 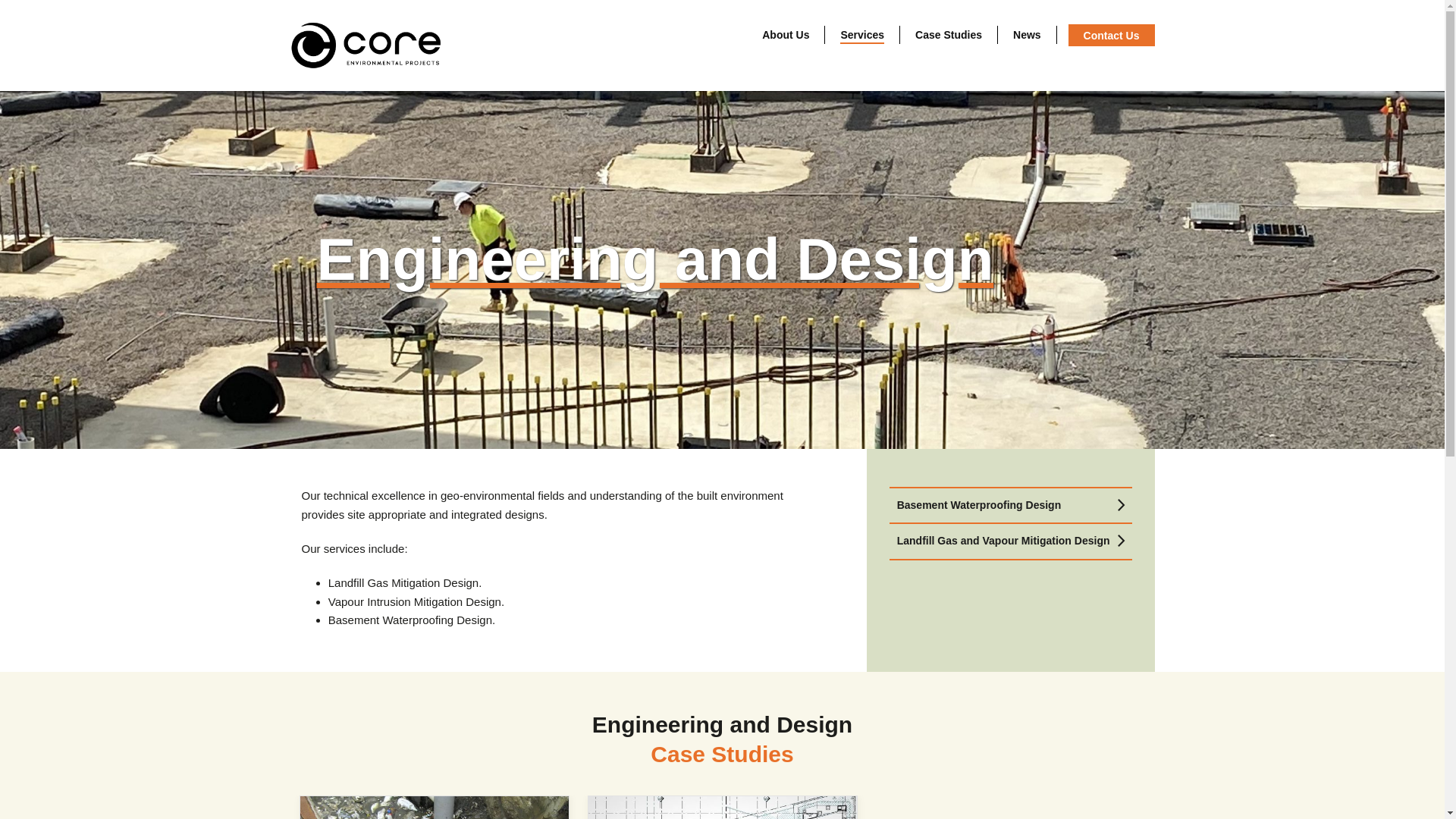 What do you see at coordinates (1010, 540) in the screenshot?
I see `'Landfill Gas and Vapour Mitigation Design'` at bounding box center [1010, 540].